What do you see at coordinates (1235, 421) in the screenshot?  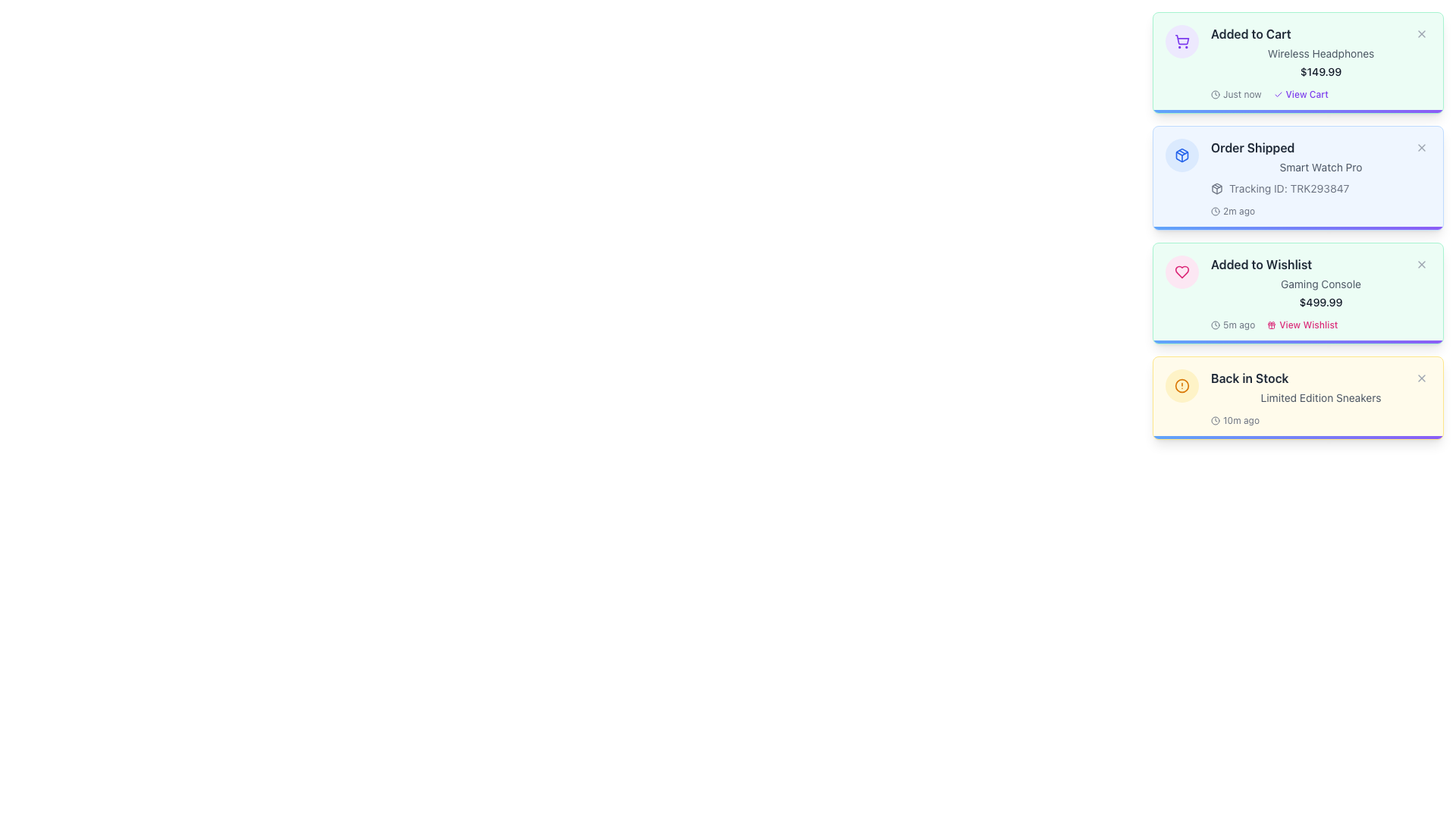 I see `the Timestamp indicator showing '10m ago' with a clock icon located at the bottom right of the 'Back in Stock' notification card` at bounding box center [1235, 421].